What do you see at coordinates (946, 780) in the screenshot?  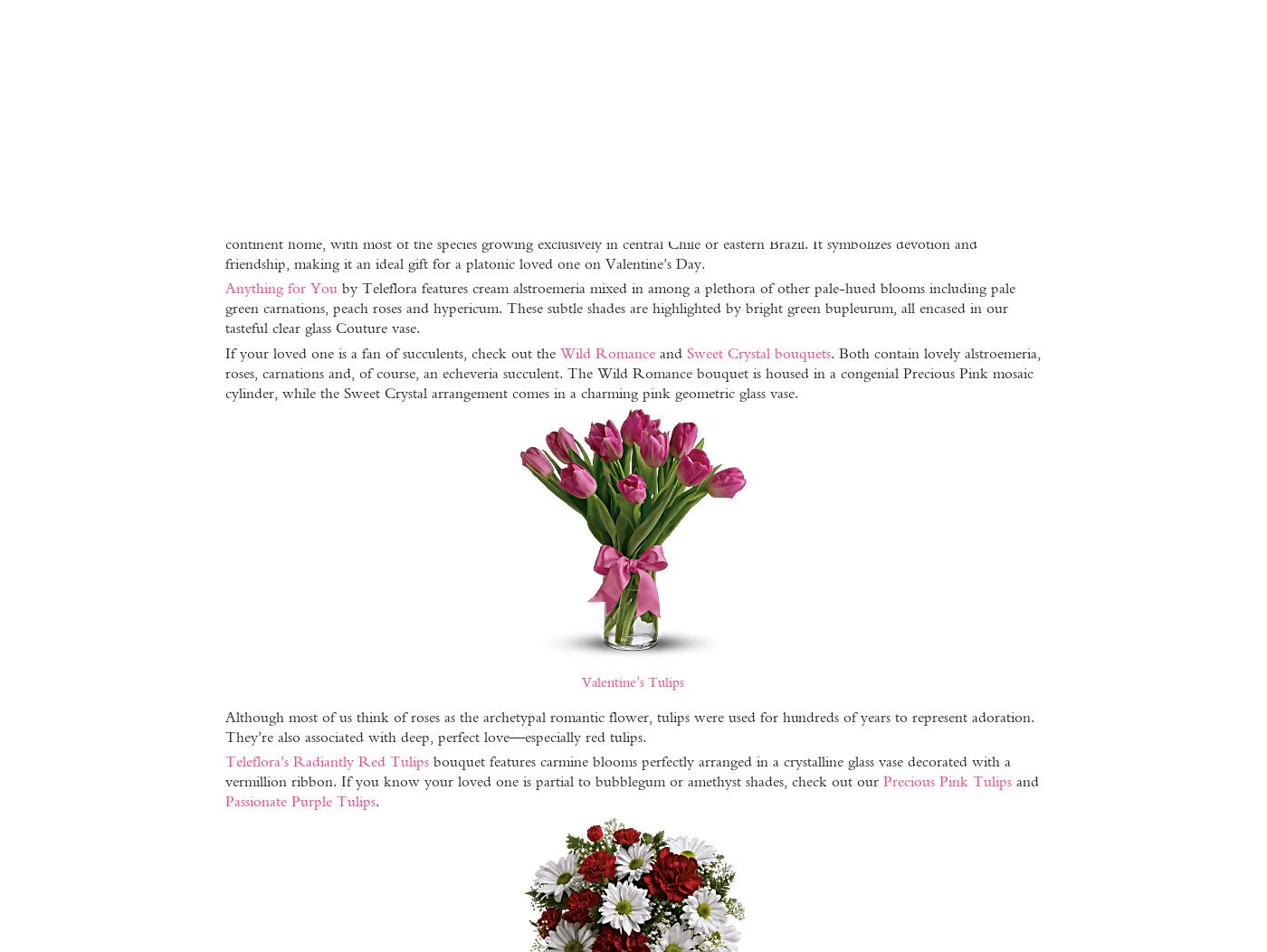 I see `'Precious Pink Tulips'` at bounding box center [946, 780].